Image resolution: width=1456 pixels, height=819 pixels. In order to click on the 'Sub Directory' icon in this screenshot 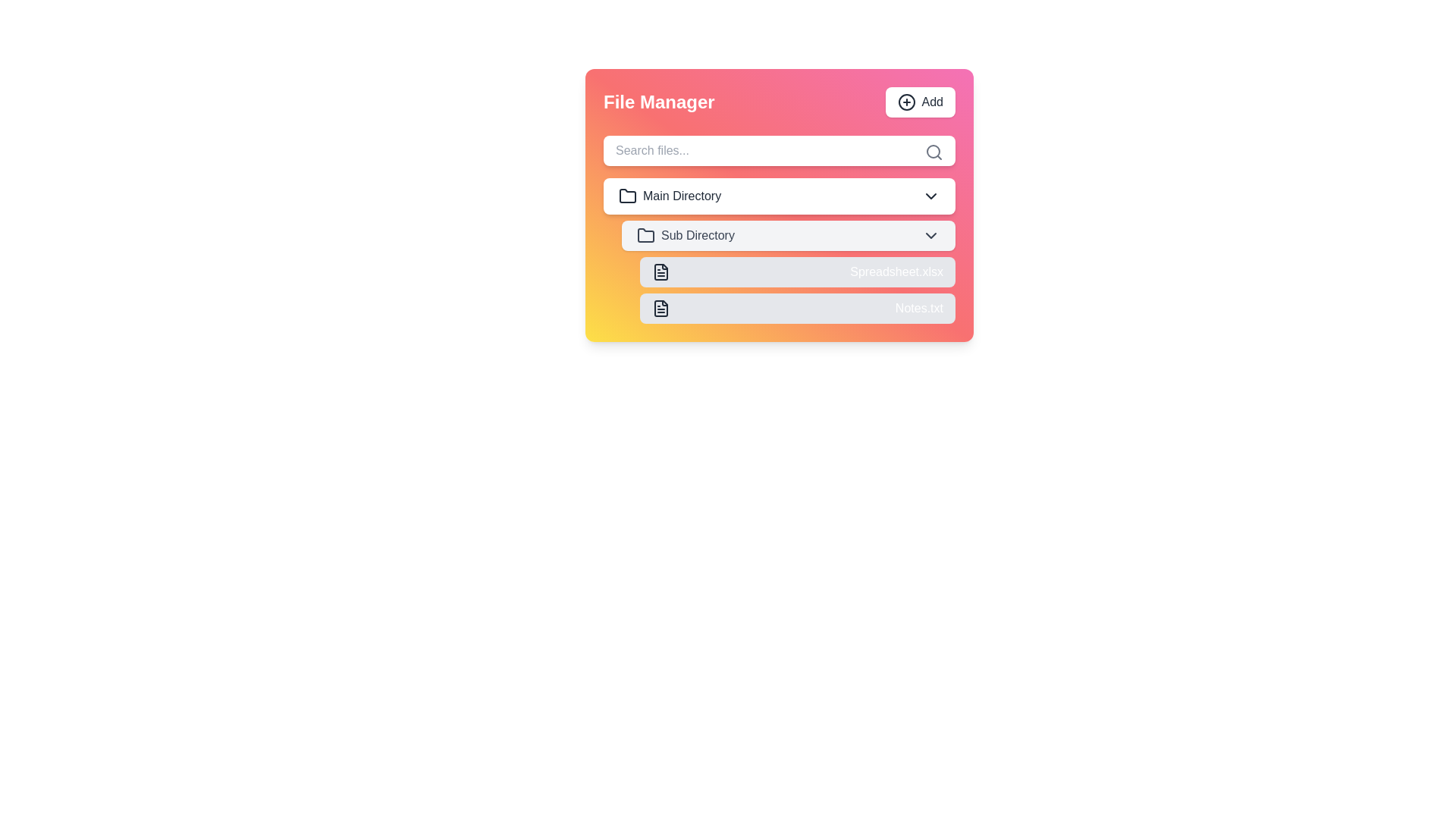, I will do `click(645, 236)`.